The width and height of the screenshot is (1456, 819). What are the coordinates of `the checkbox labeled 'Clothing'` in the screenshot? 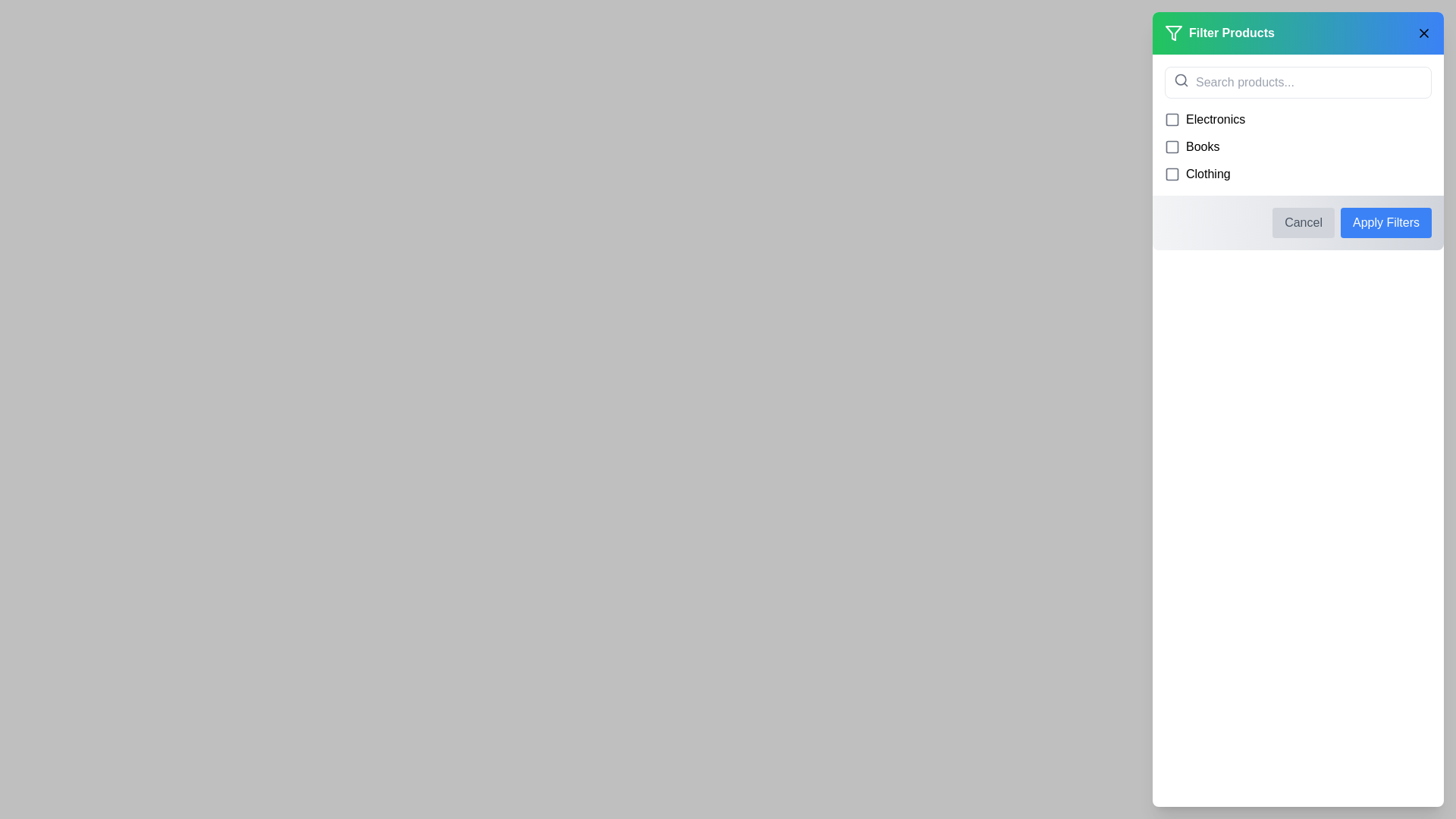 It's located at (1298, 174).